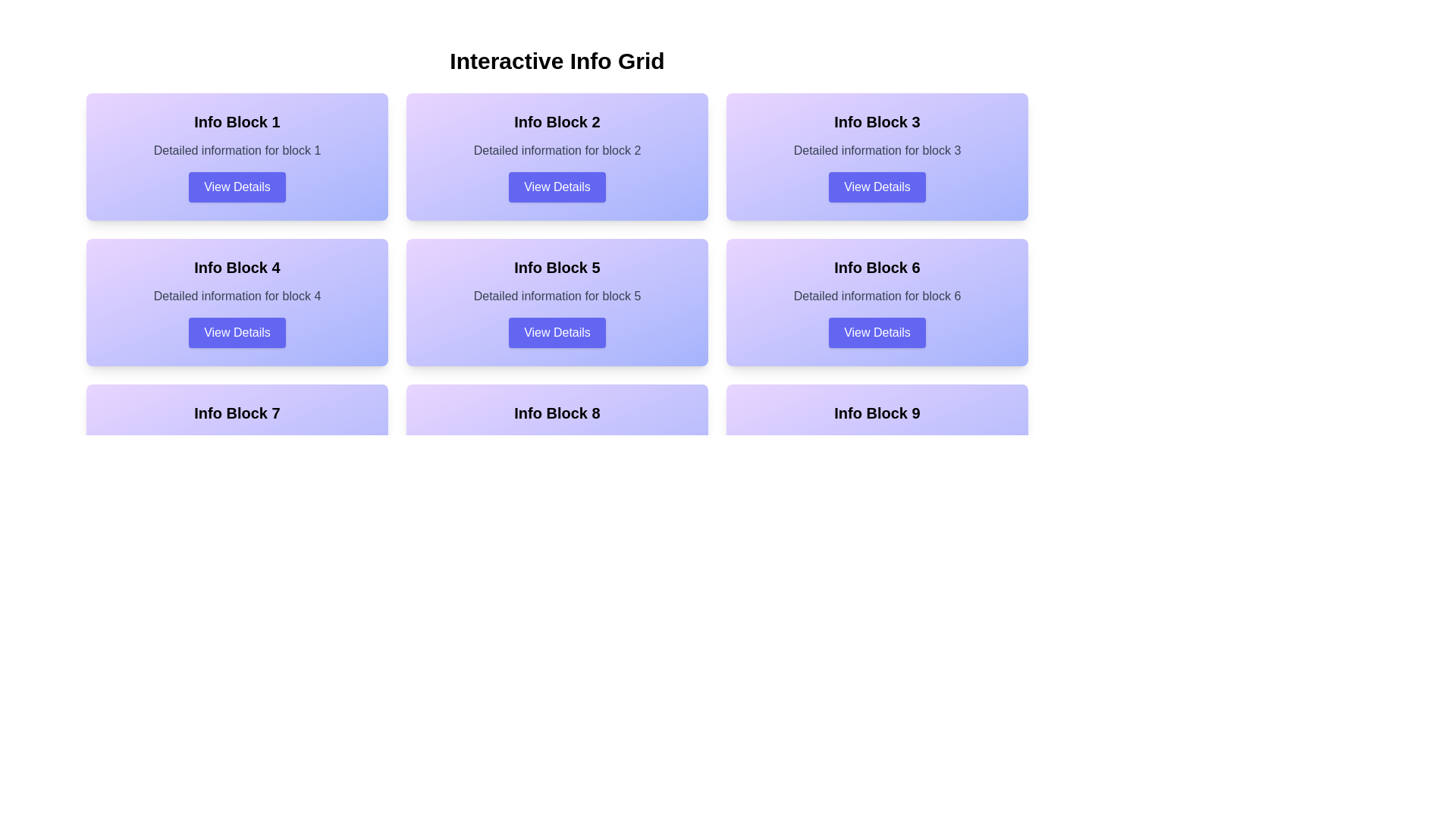  What do you see at coordinates (236, 413) in the screenshot?
I see `the heading text label that summarizes the content of the 'Info Block 7' card, which is centered within the card in the second row, first column of a 3x3 grid` at bounding box center [236, 413].